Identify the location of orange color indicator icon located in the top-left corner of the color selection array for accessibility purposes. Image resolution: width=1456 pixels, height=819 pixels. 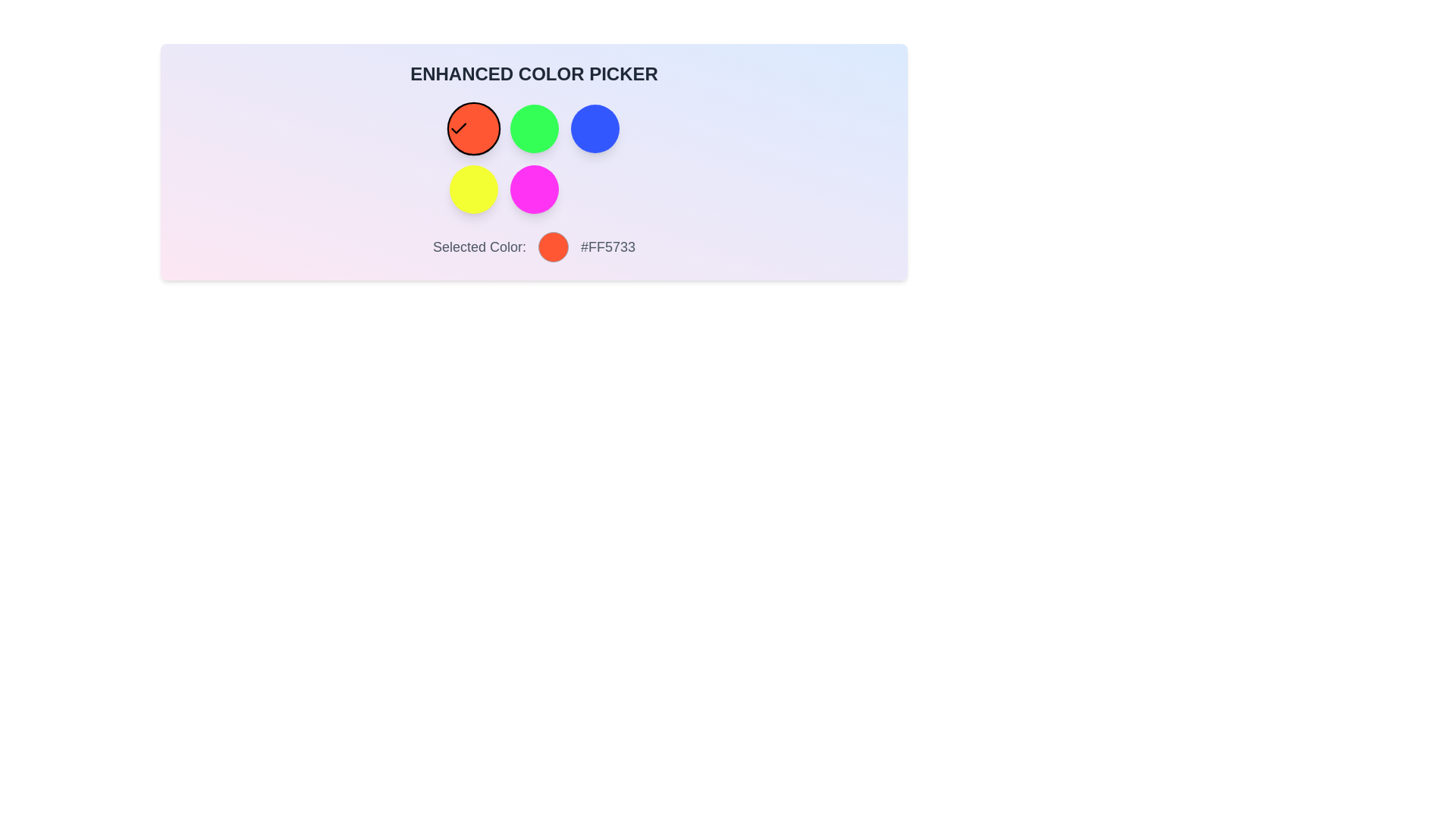
(457, 127).